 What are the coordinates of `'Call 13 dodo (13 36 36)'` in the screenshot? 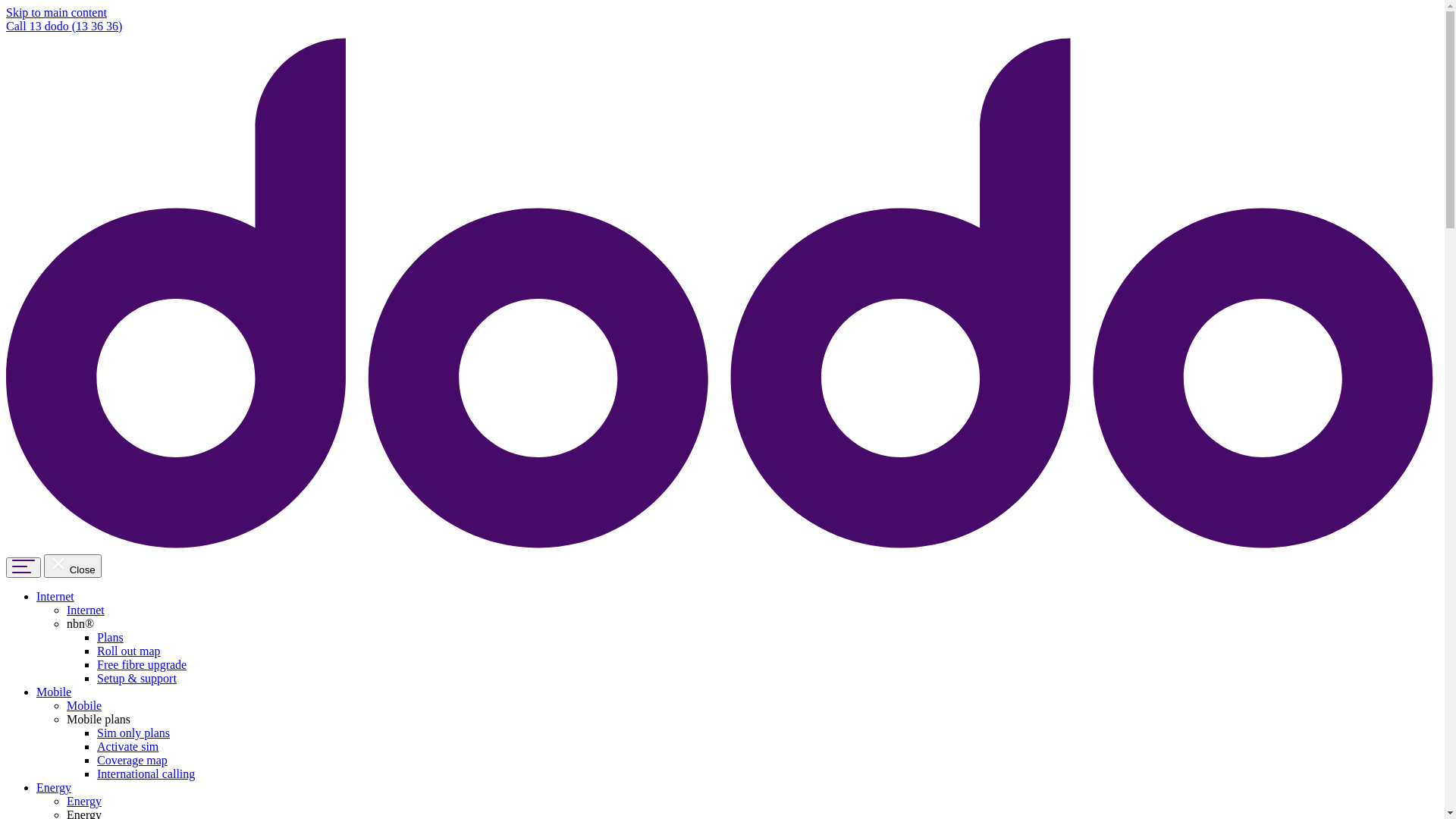 It's located at (63, 26).